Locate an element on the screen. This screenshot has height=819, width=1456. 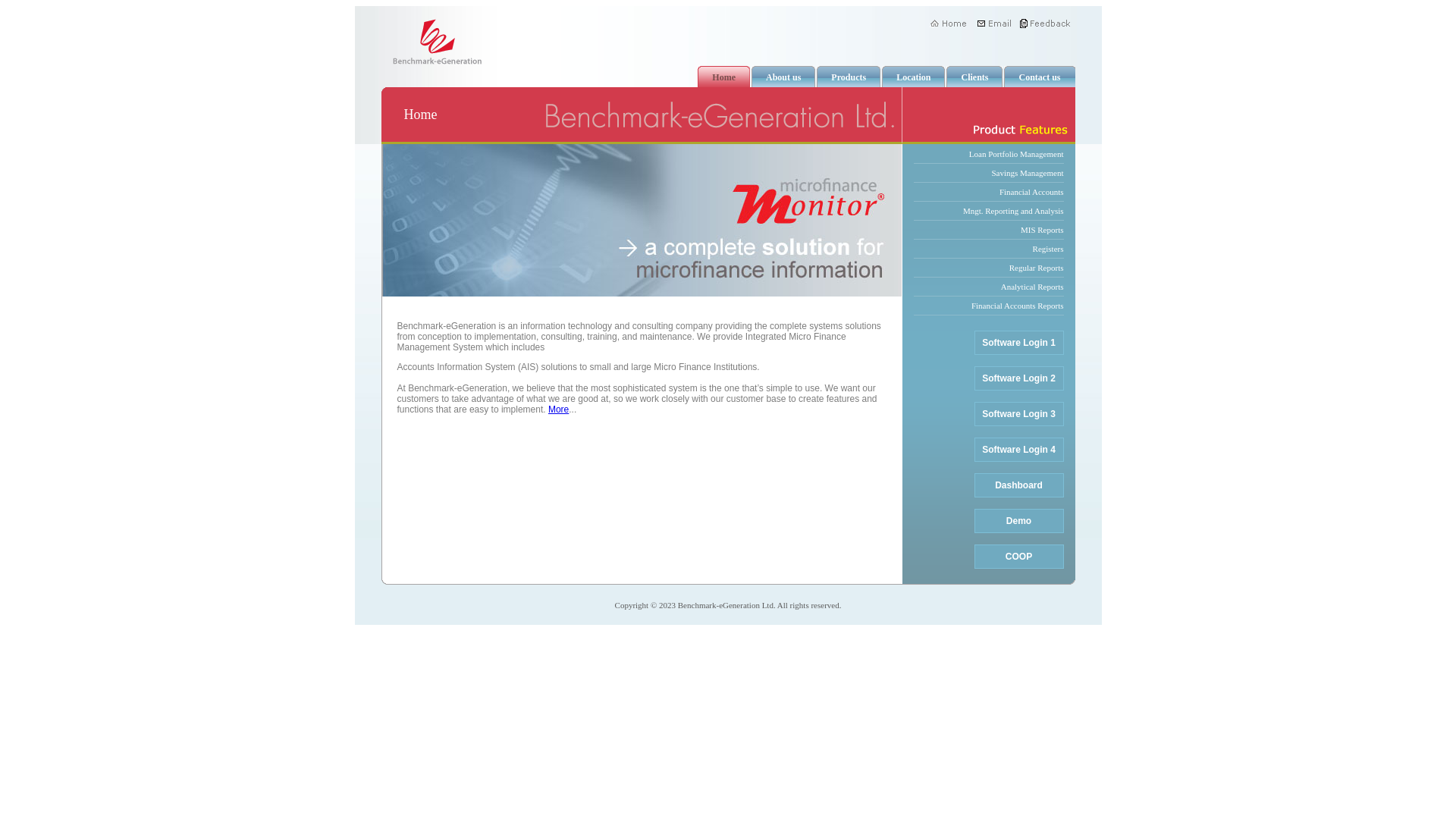
'Analytical Reports' is located at coordinates (987, 287).